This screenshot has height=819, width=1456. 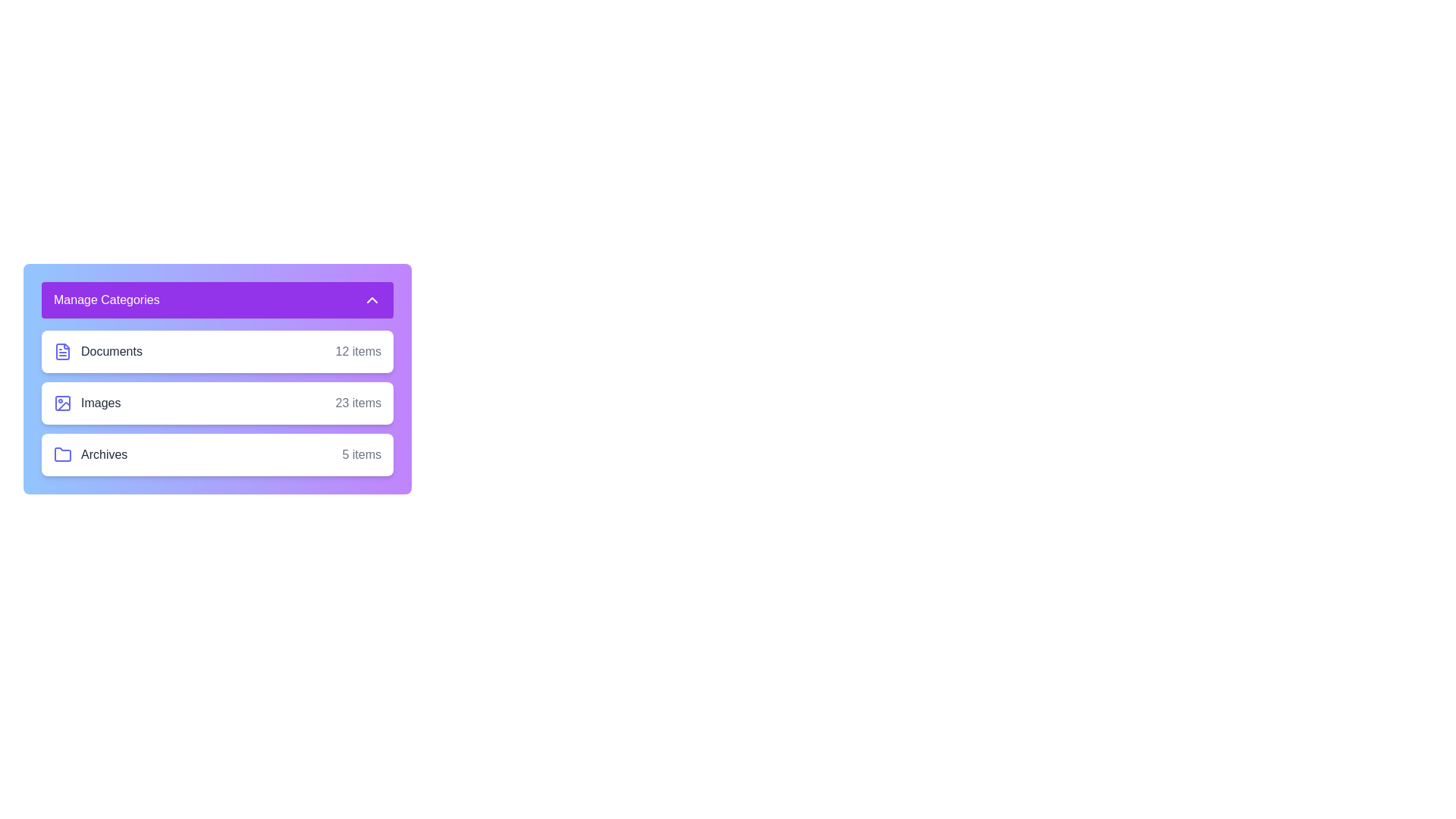 I want to click on the 'Manage Categories' button, so click(x=217, y=300).